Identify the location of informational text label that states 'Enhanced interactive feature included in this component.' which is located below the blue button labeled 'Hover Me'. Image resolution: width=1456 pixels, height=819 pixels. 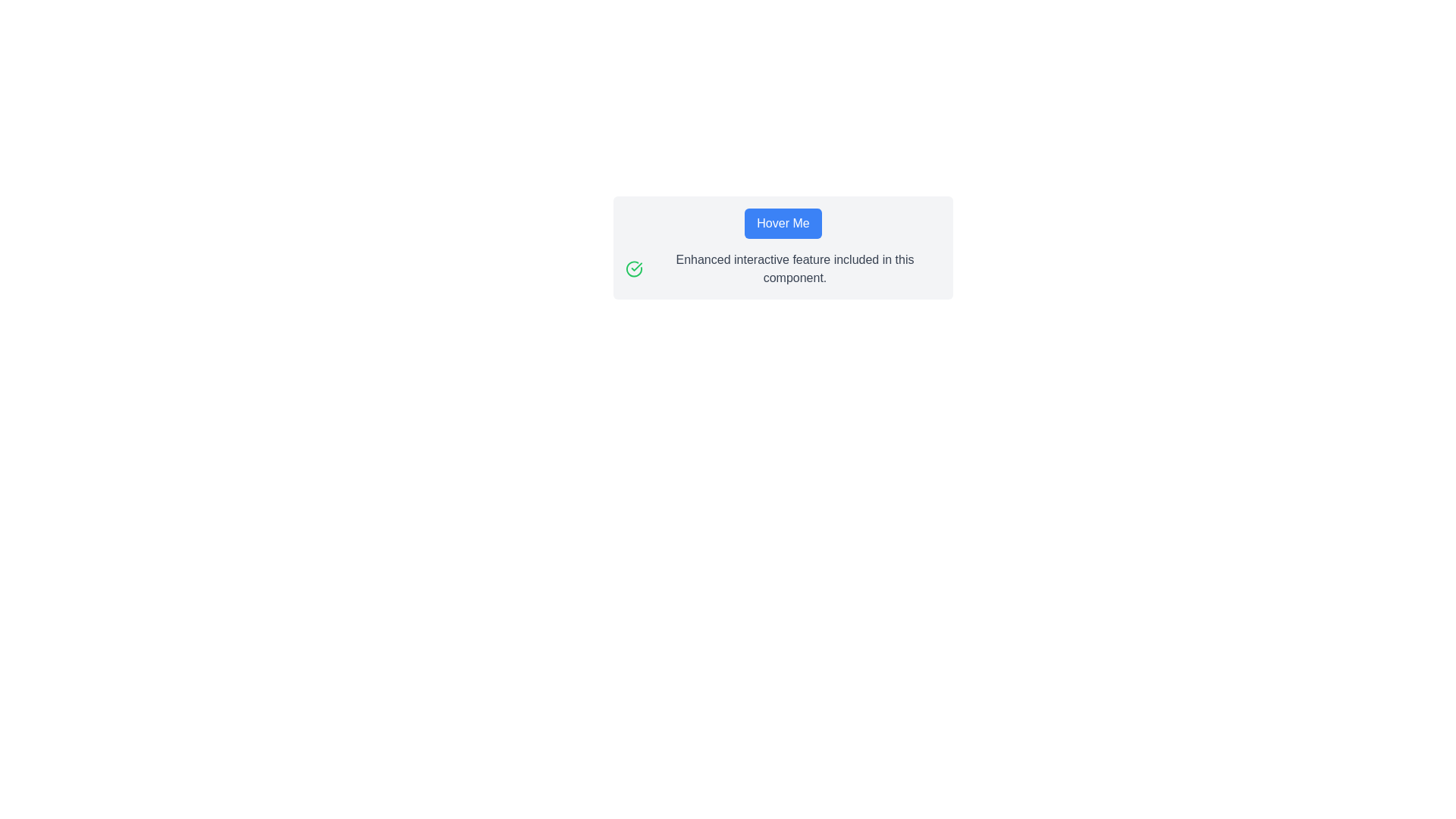
(783, 268).